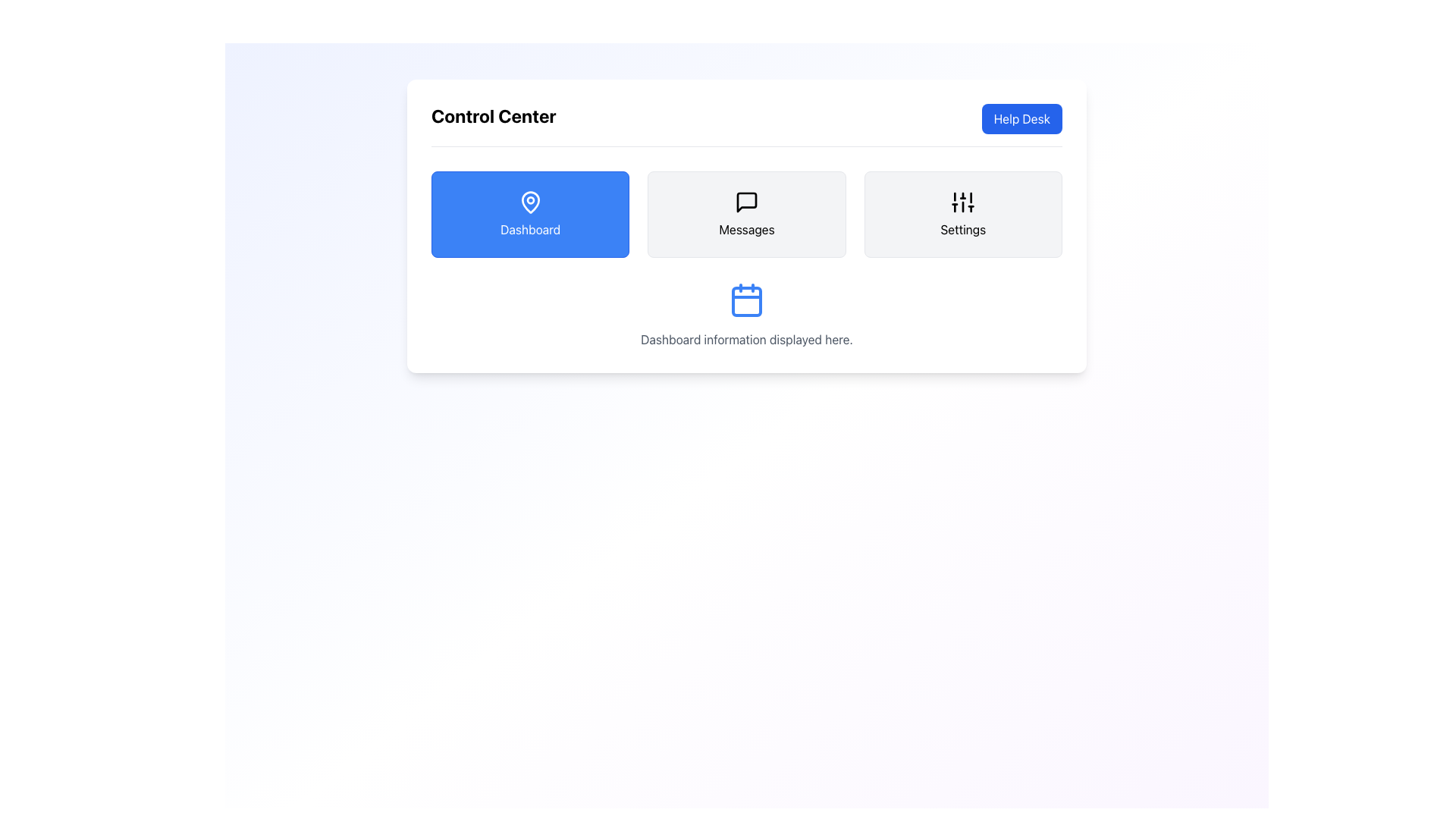  I want to click on the 'Dashboard' label, which is displayed in white font on a blue background and is located at the bottom center of a rounded button in the 'Control Center' section, so click(530, 230).